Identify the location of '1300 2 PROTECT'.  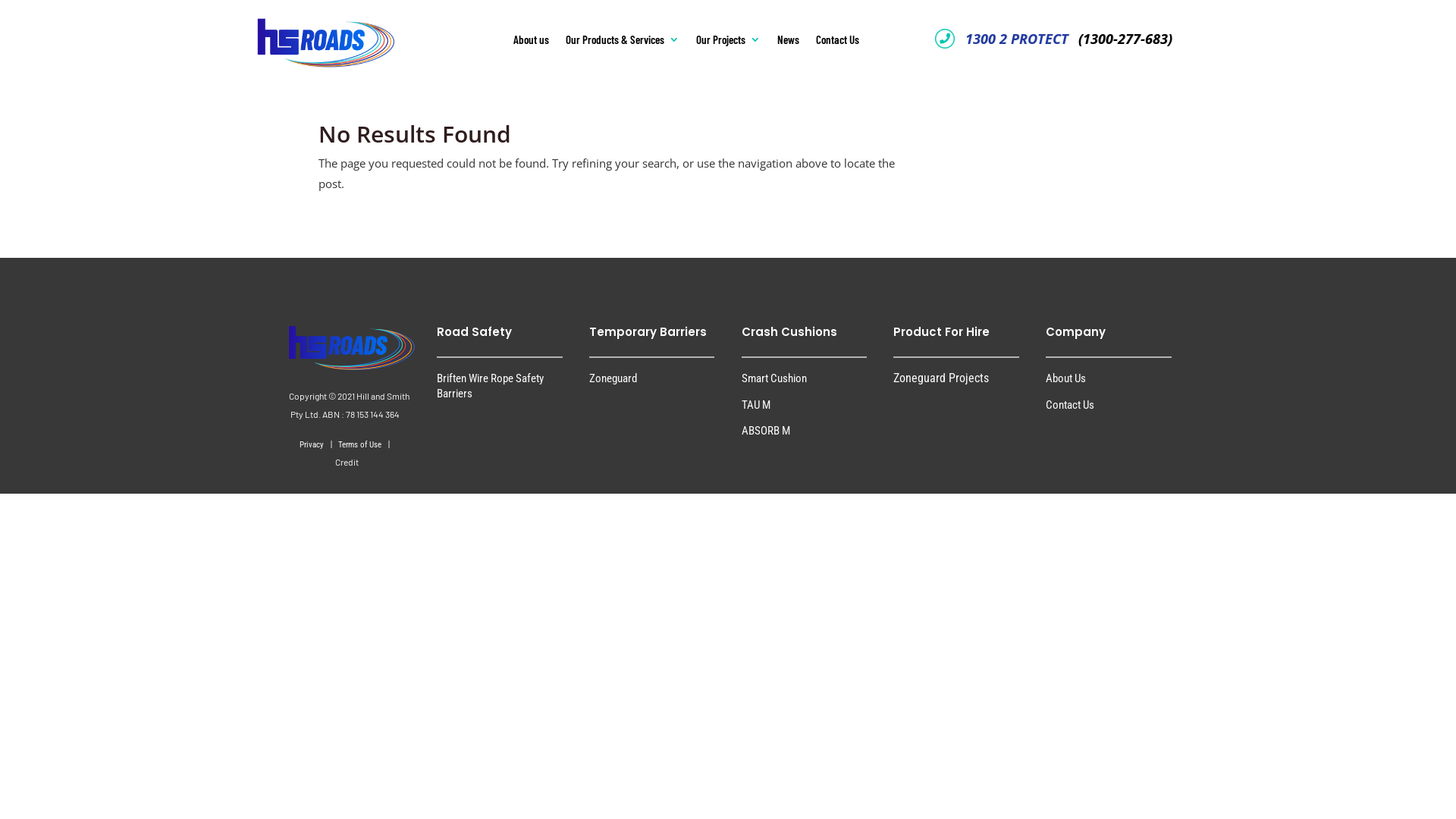
(1015, 38).